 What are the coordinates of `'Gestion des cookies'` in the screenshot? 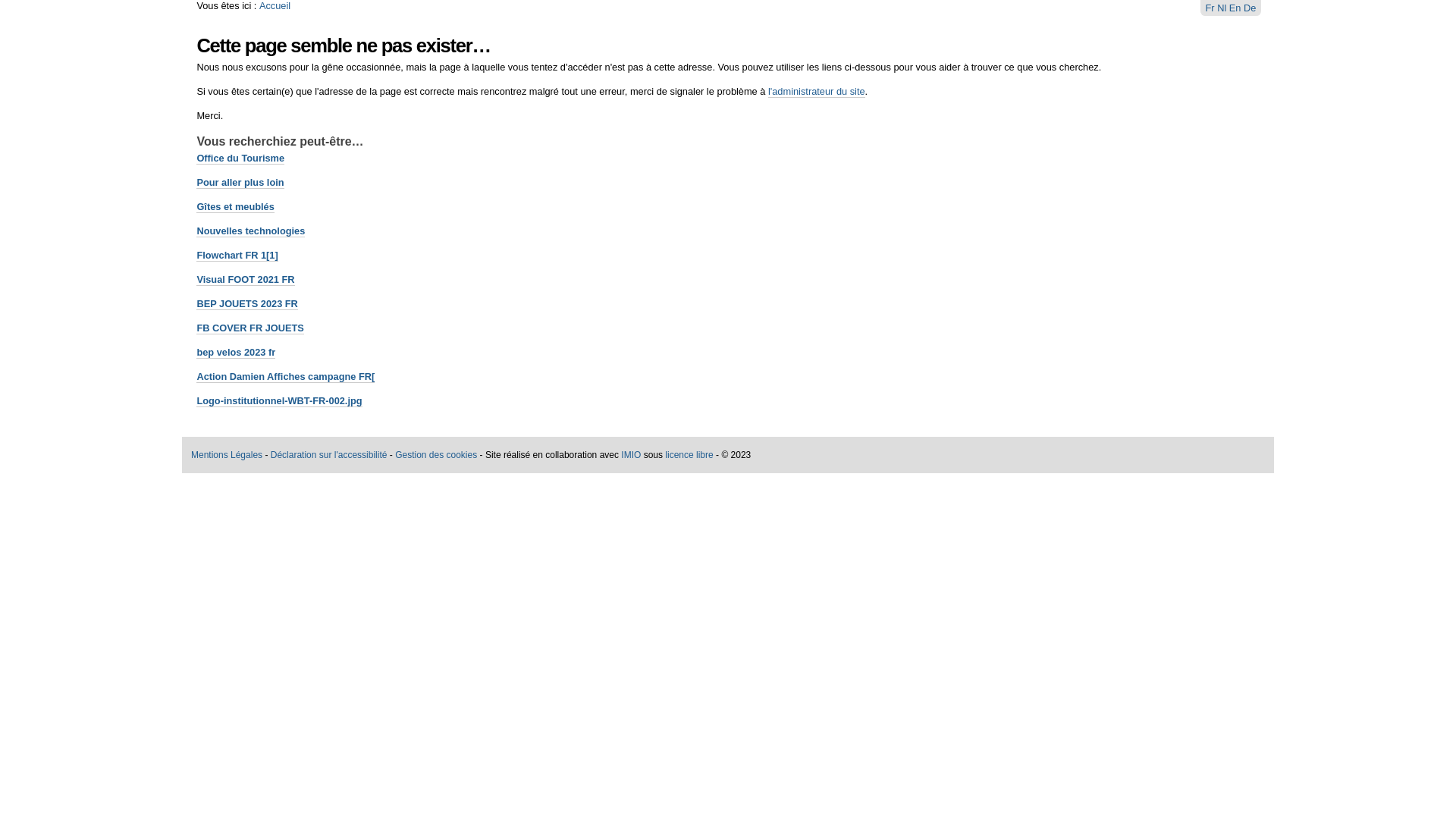 It's located at (435, 454).